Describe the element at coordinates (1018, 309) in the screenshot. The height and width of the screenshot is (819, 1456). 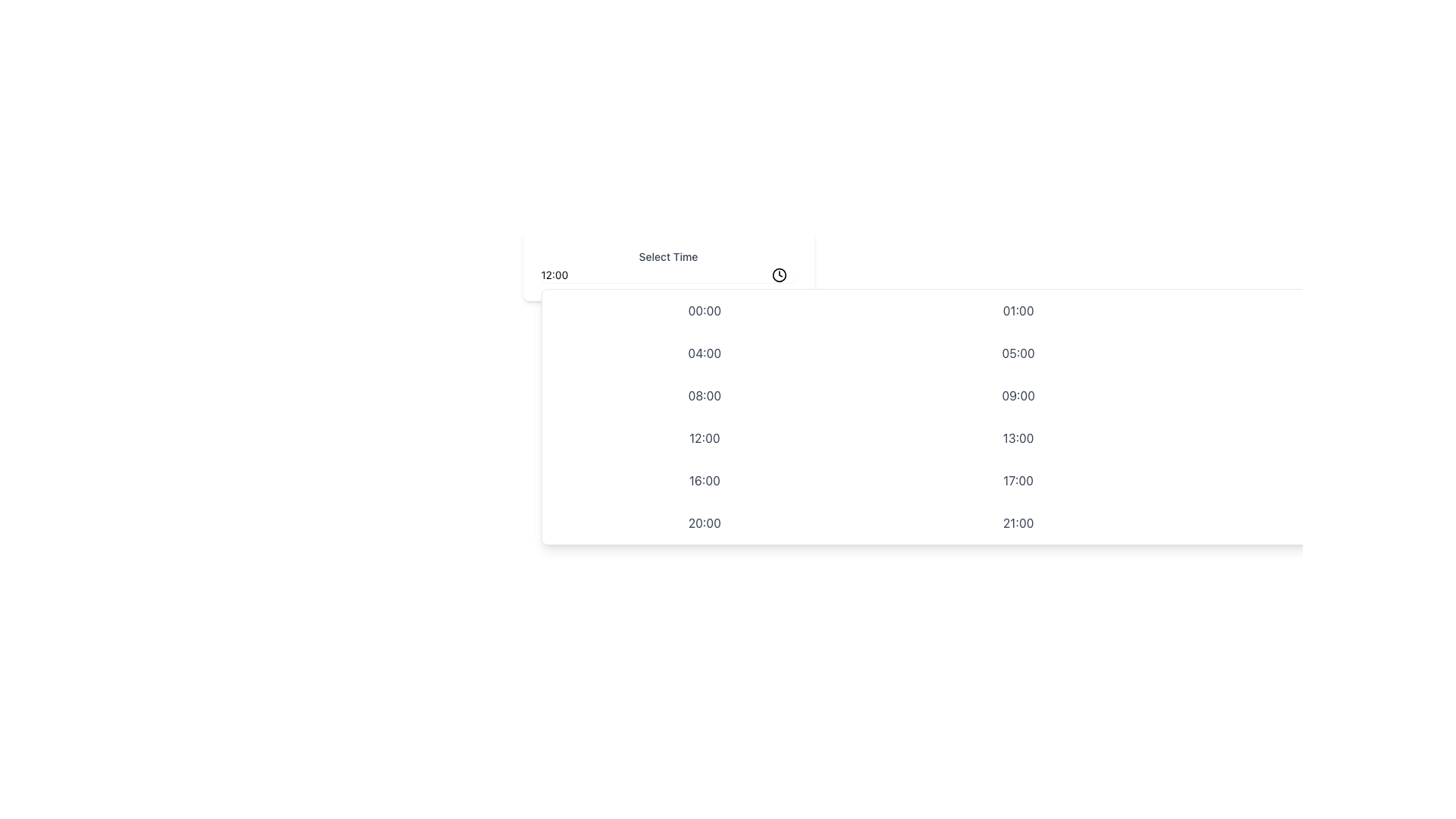
I see `the time entry button displaying '01:00'` at that location.